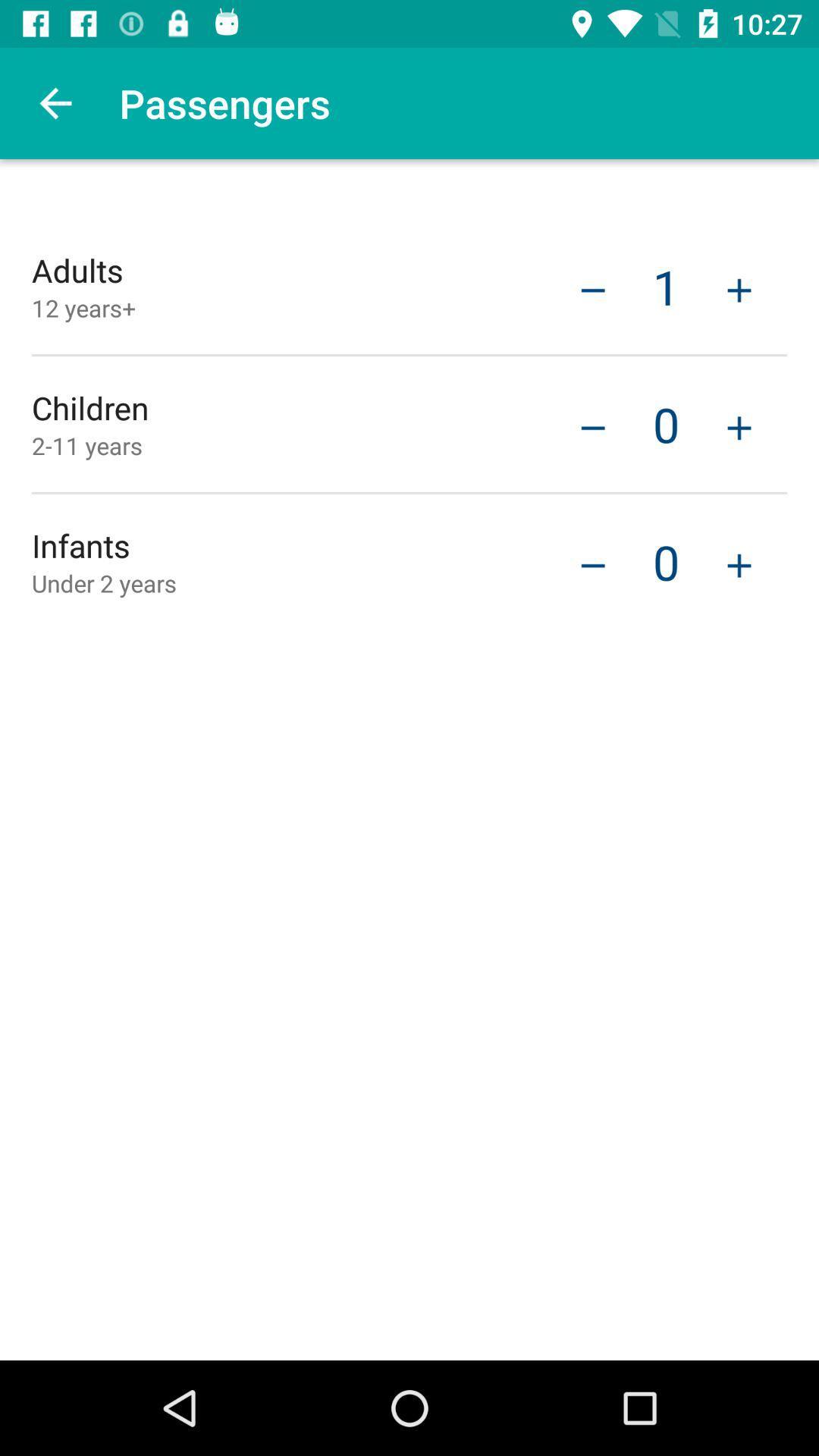 The height and width of the screenshot is (1456, 819). What do you see at coordinates (592, 425) in the screenshot?
I see `the icon to the right of children item` at bounding box center [592, 425].